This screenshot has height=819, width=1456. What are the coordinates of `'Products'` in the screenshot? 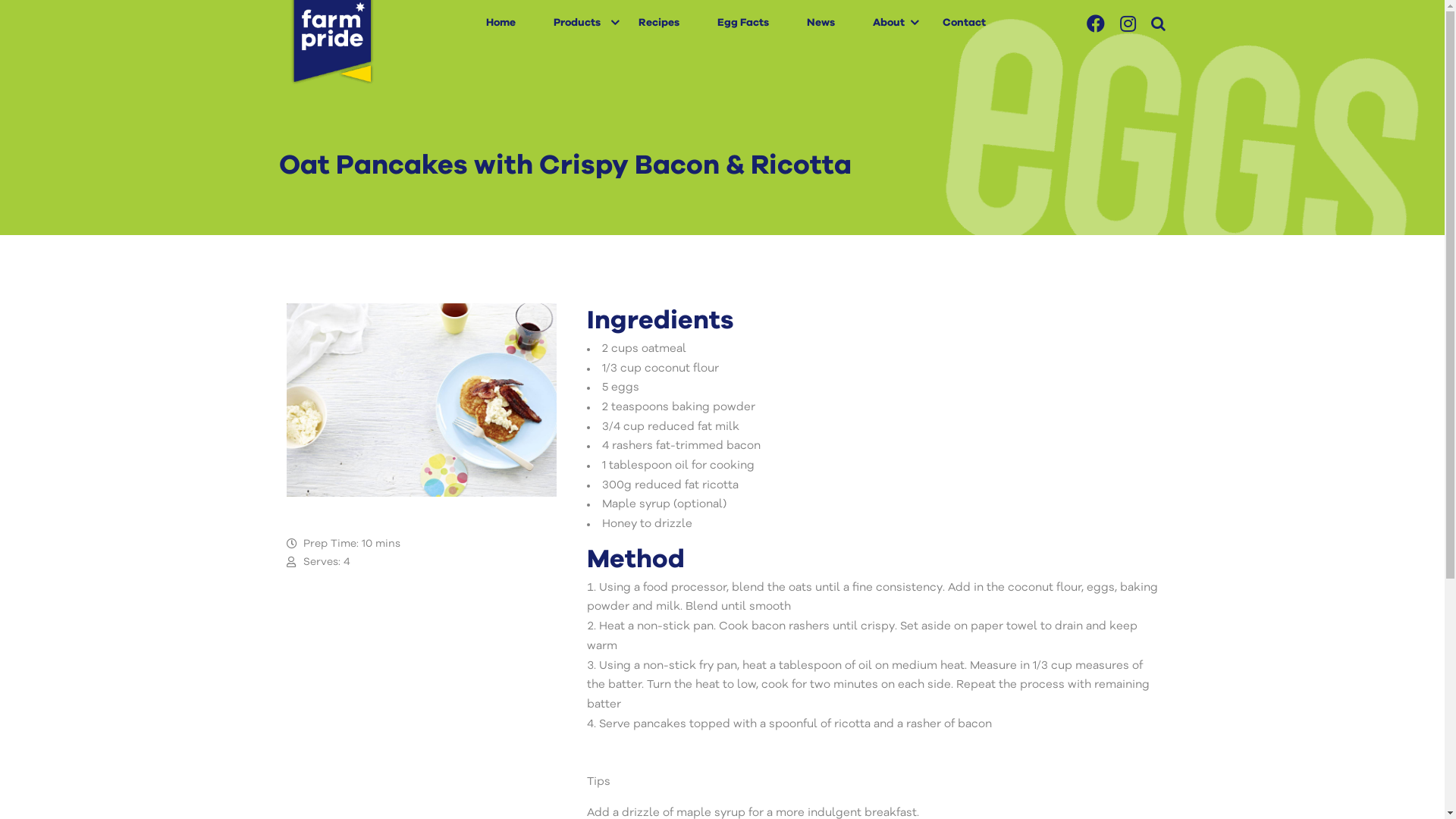 It's located at (576, 23).